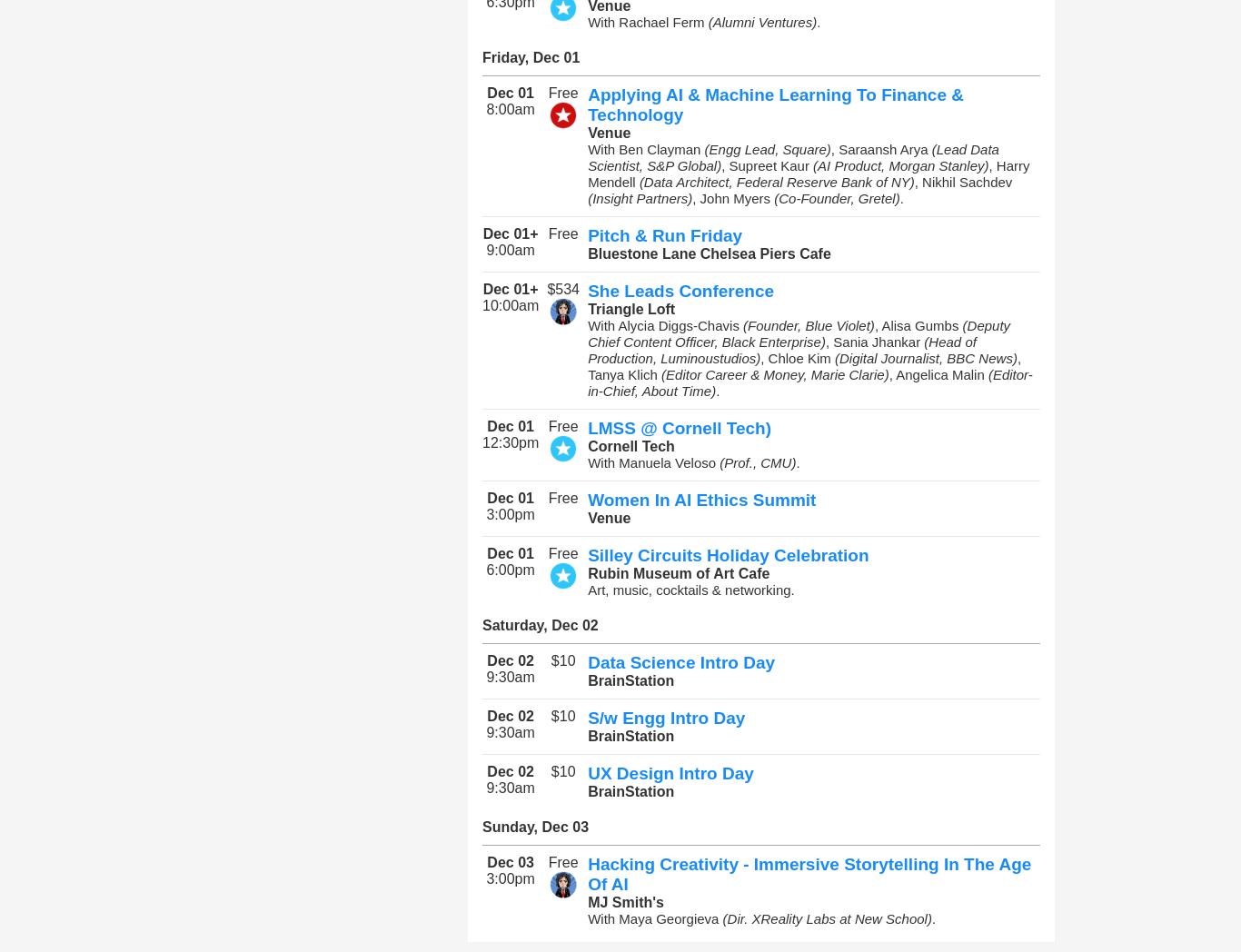 The height and width of the screenshot is (952, 1241). Describe the element at coordinates (648, 21) in the screenshot. I see `'With Rachael Ferm'` at that location.